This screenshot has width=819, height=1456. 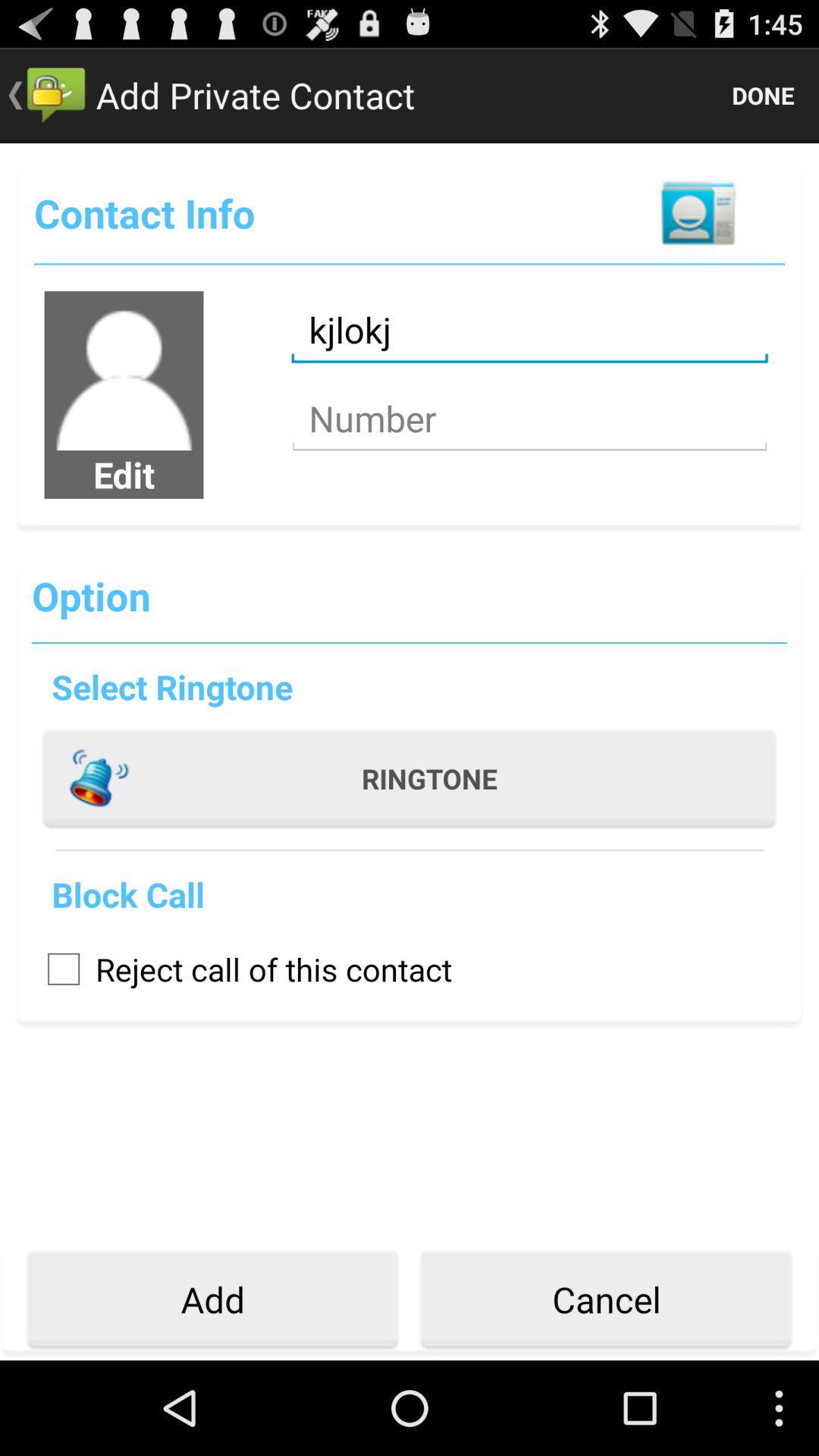 What do you see at coordinates (123, 371) in the screenshot?
I see `profile symbol` at bounding box center [123, 371].